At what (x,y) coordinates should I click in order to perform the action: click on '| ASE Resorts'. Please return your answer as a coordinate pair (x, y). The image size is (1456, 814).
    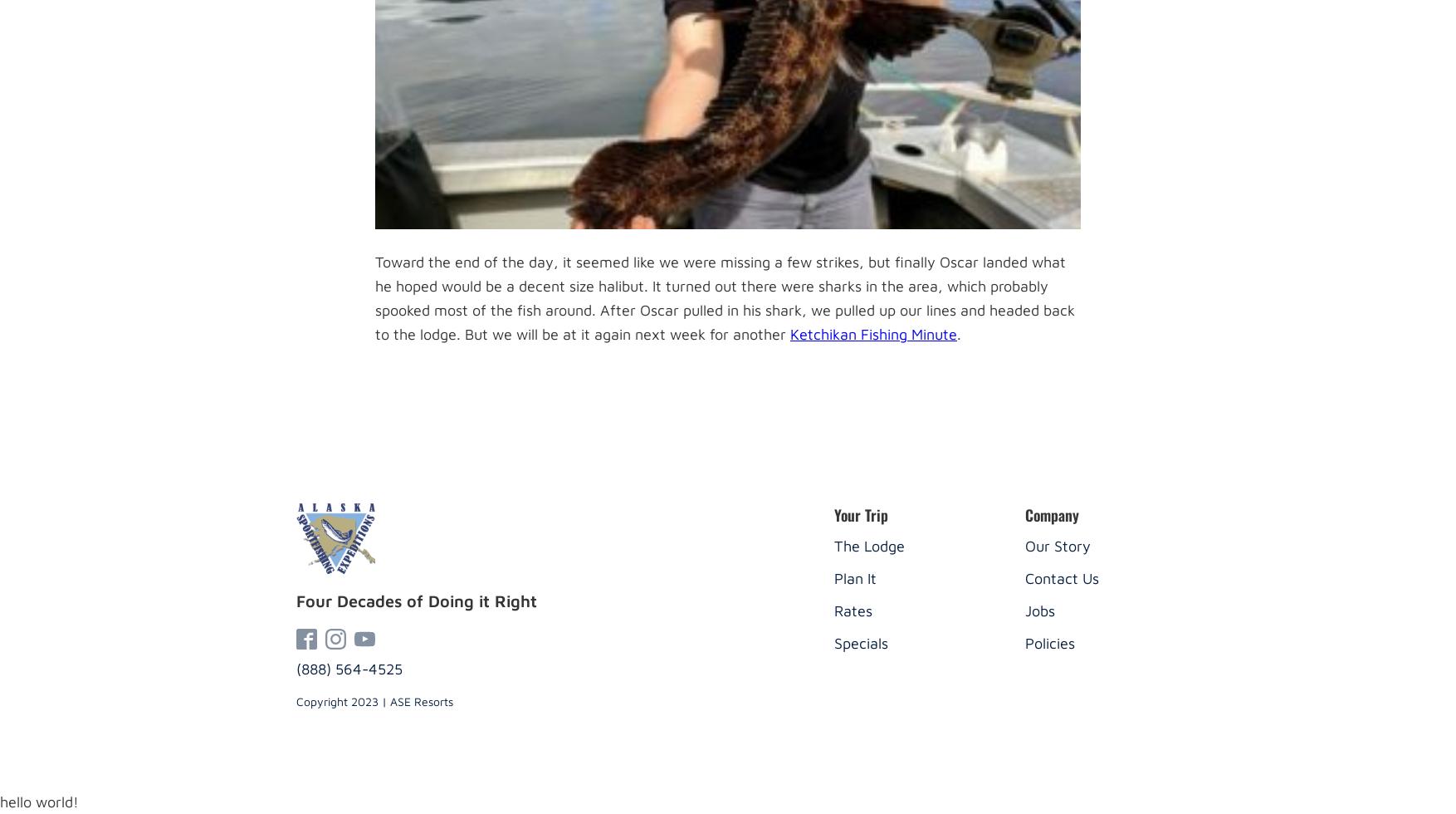
    Looking at the image, I should click on (414, 701).